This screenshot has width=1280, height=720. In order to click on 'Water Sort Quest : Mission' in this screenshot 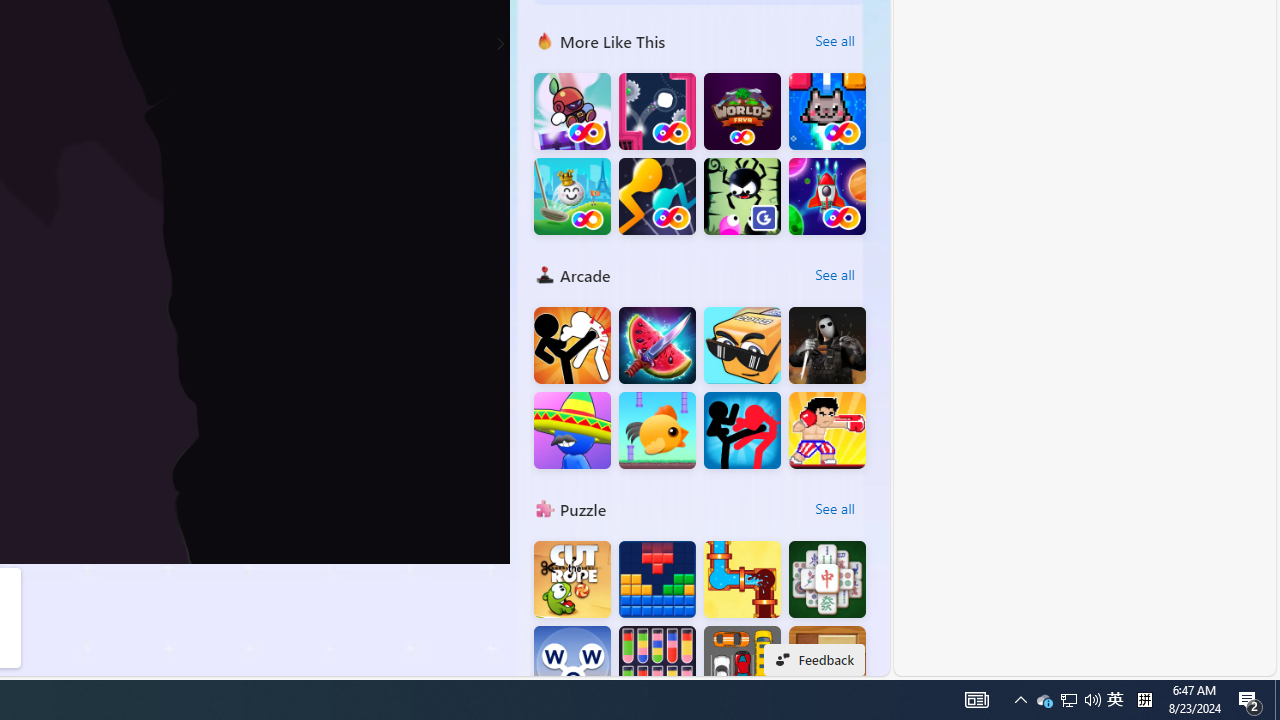, I will do `click(657, 664)`.